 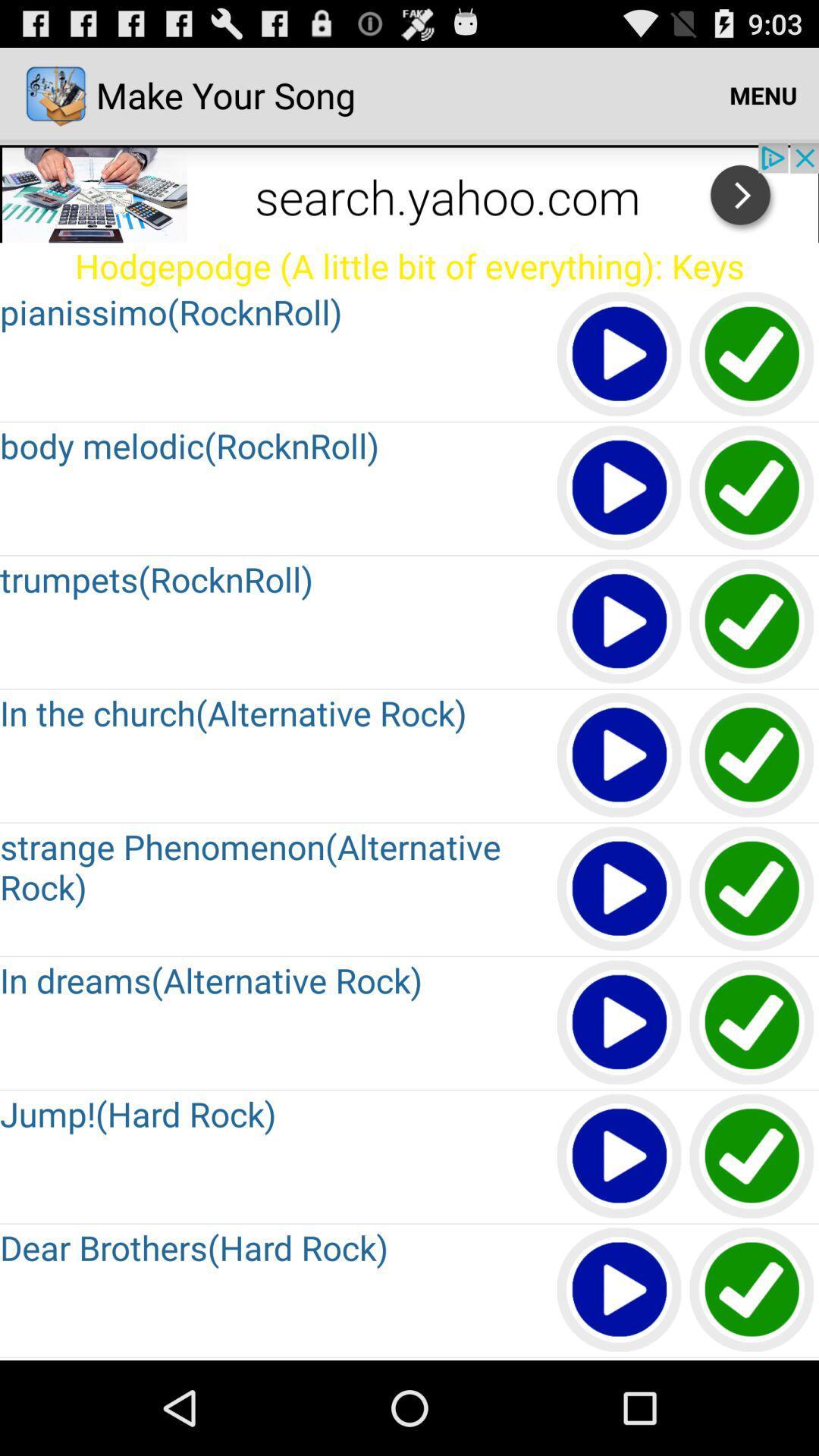 What do you see at coordinates (752, 1290) in the screenshot?
I see `tik option` at bounding box center [752, 1290].